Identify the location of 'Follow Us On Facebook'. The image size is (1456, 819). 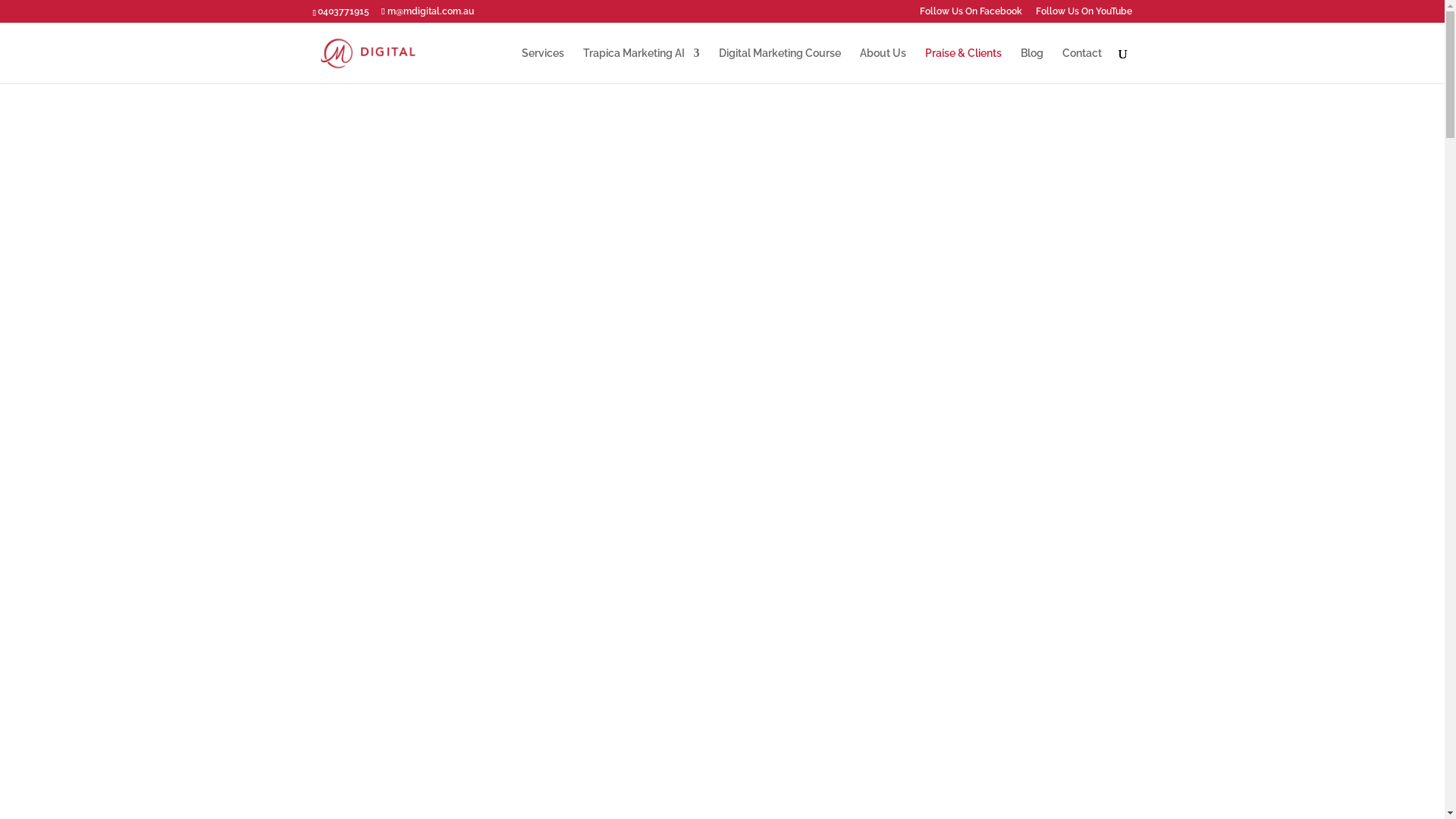
(969, 14).